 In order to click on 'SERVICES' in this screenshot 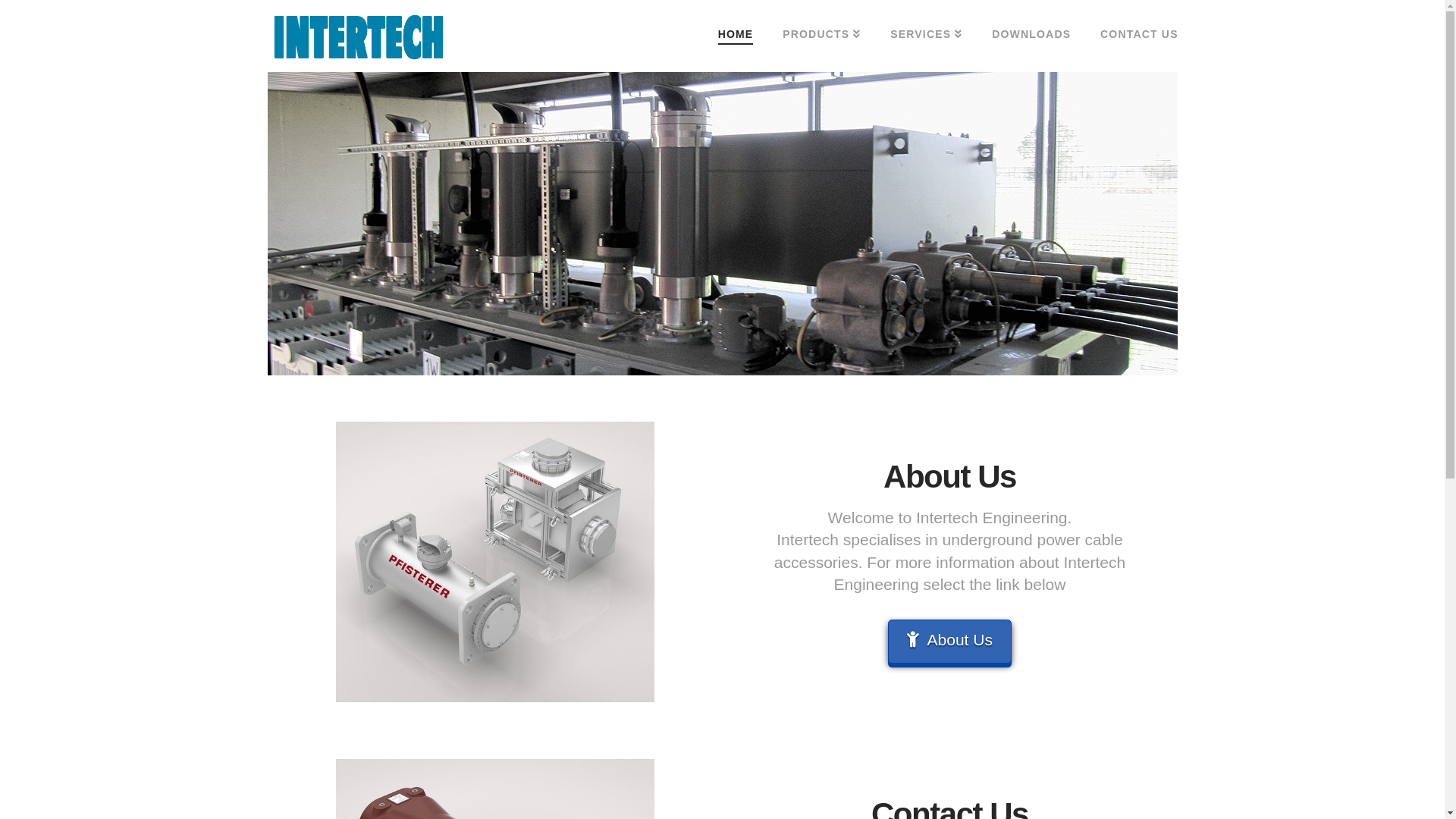, I will do `click(924, 34)`.